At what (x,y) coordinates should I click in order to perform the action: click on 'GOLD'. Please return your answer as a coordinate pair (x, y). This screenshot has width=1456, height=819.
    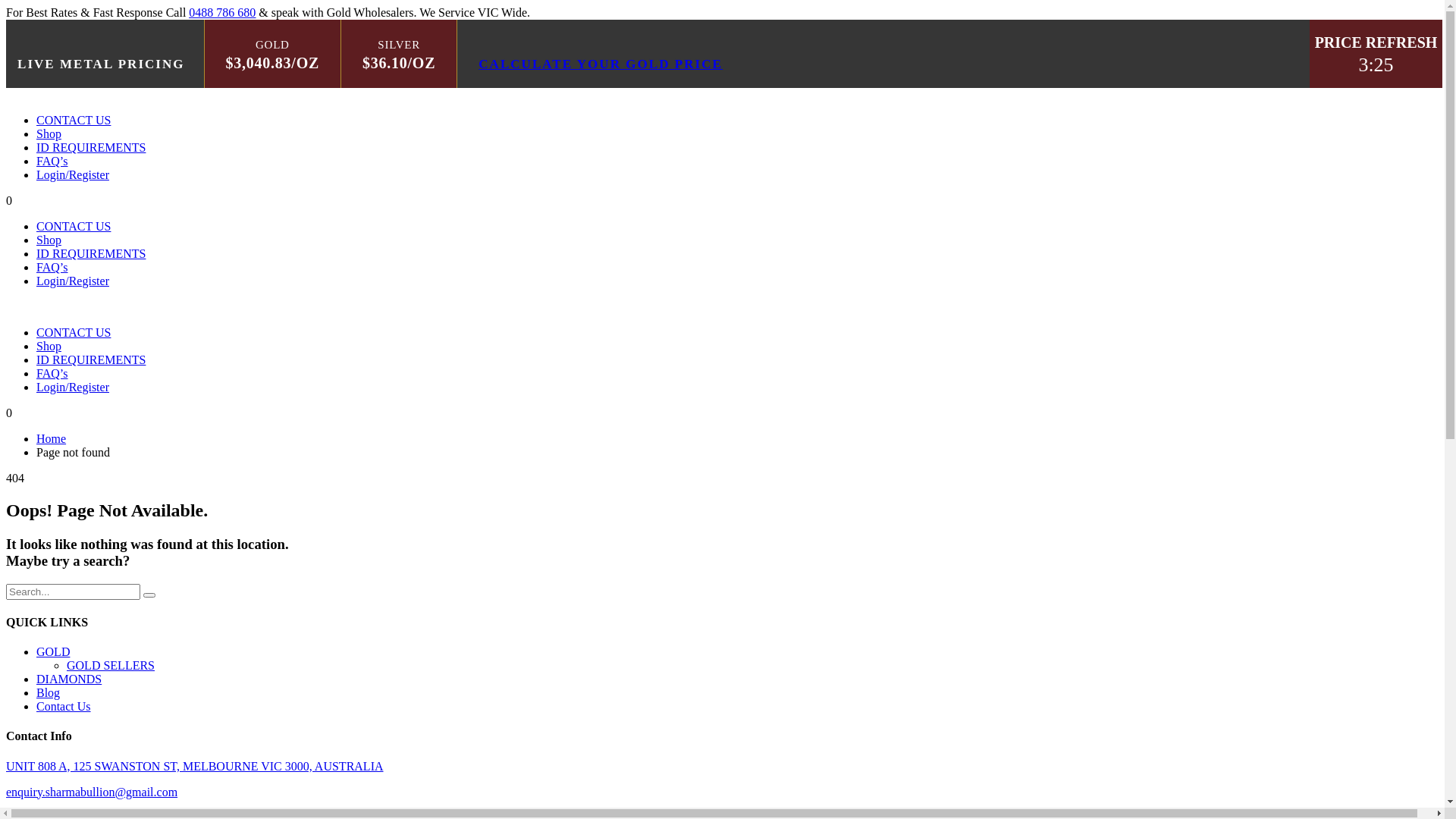
    Looking at the image, I should click on (53, 651).